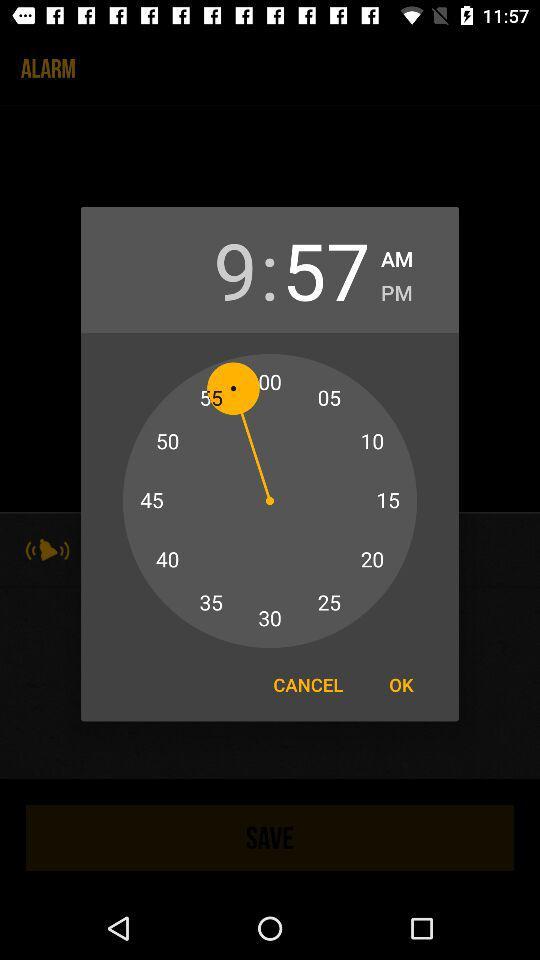 The height and width of the screenshot is (960, 540). What do you see at coordinates (326, 268) in the screenshot?
I see `item next to the am item` at bounding box center [326, 268].